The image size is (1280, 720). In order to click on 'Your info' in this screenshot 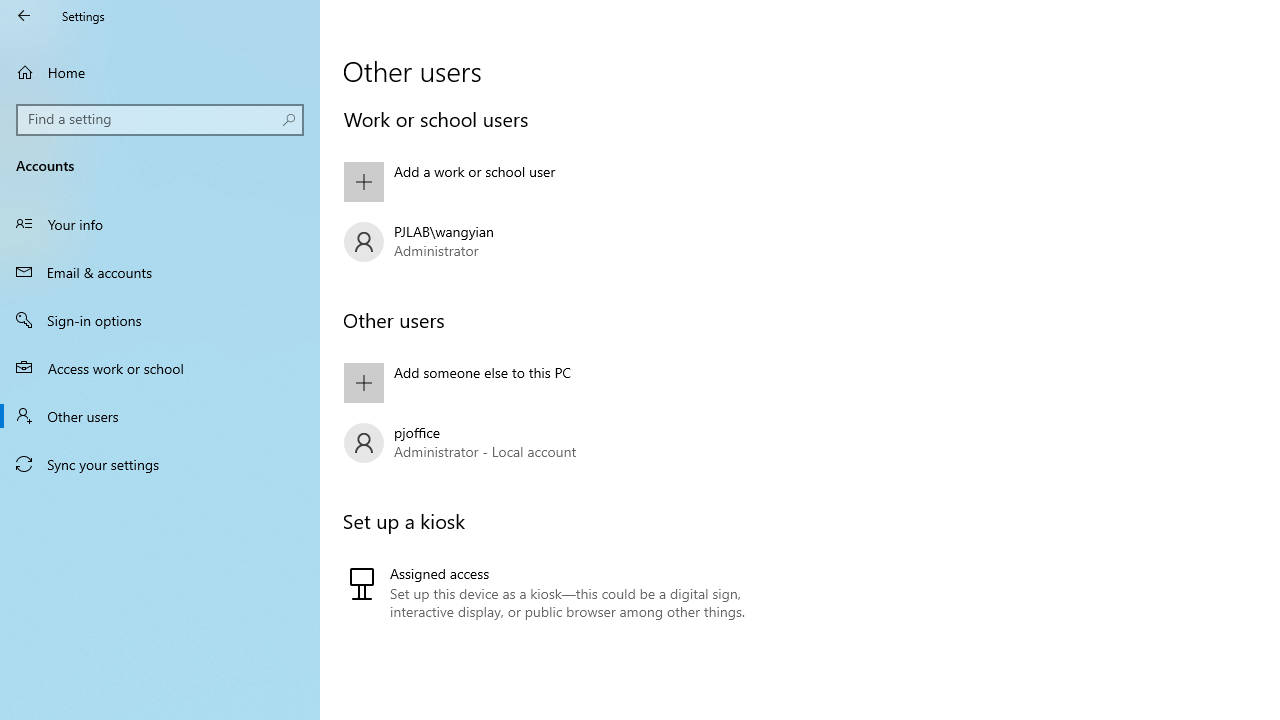, I will do `click(160, 223)`.